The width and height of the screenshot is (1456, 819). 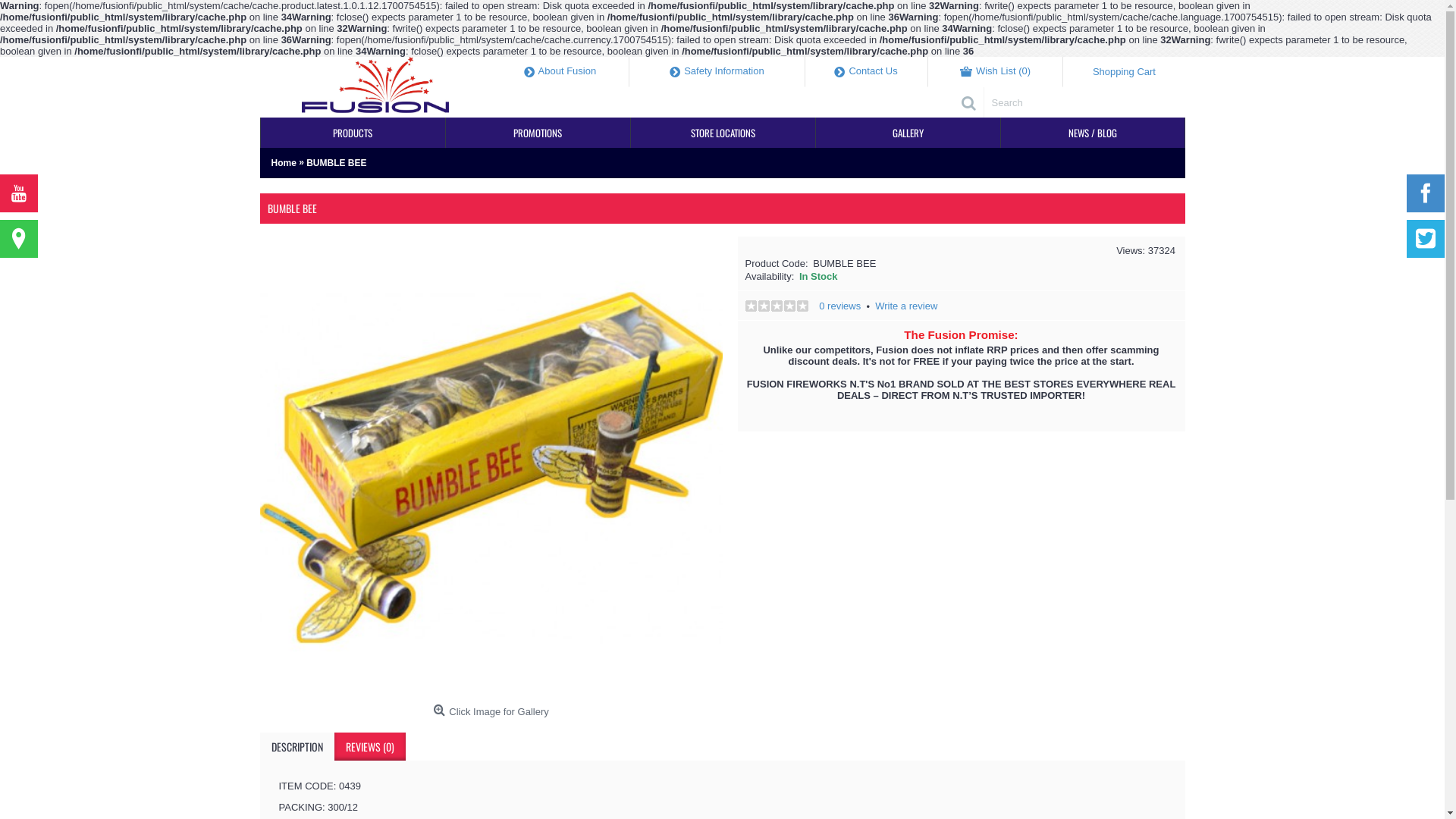 I want to click on 'Fusion Fireworks', so click(x=375, y=87).